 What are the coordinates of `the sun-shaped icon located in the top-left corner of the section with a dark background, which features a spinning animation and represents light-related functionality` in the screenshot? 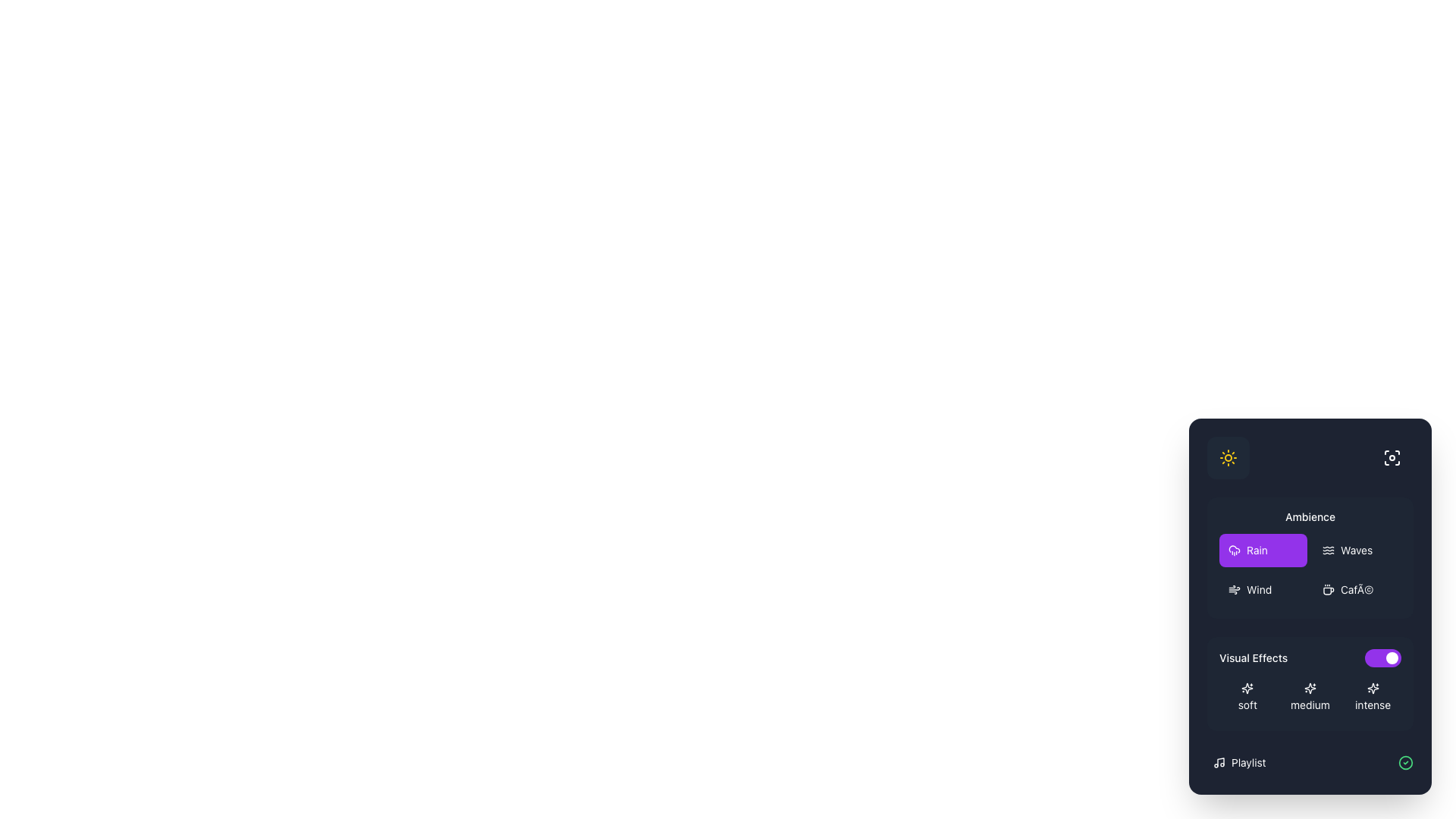 It's located at (1228, 457).